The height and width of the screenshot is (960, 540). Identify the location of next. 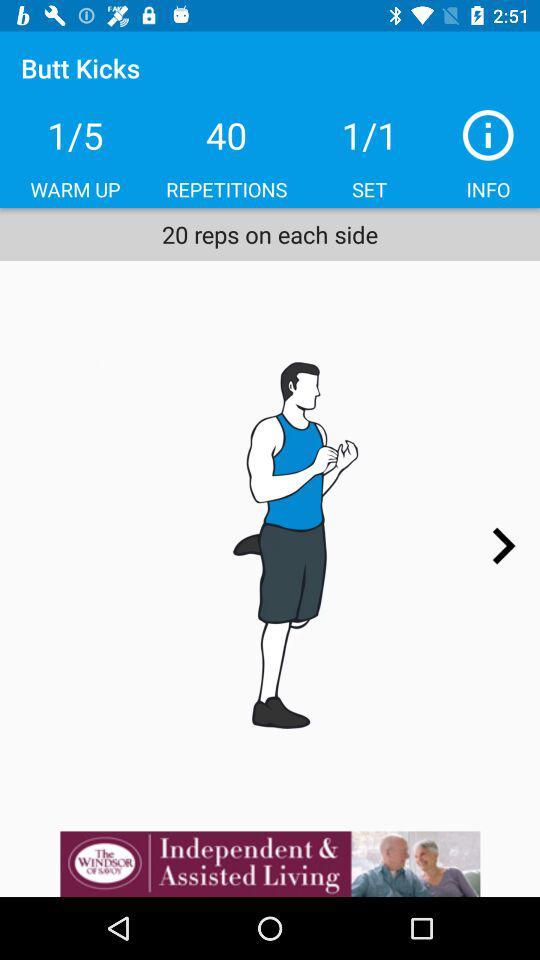
(502, 546).